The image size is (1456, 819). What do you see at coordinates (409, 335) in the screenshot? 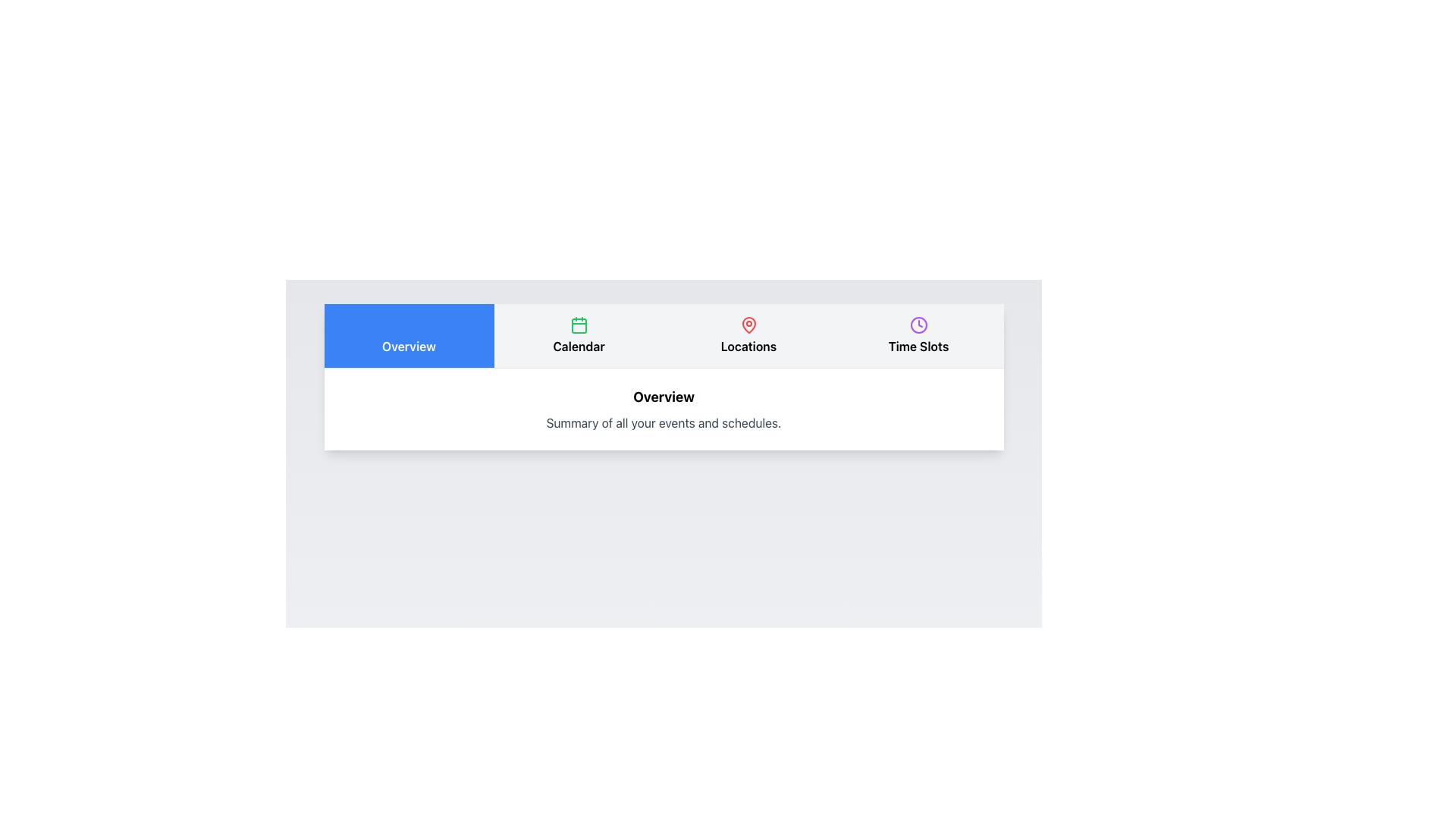
I see `the Overview button in the navigation bar` at bounding box center [409, 335].